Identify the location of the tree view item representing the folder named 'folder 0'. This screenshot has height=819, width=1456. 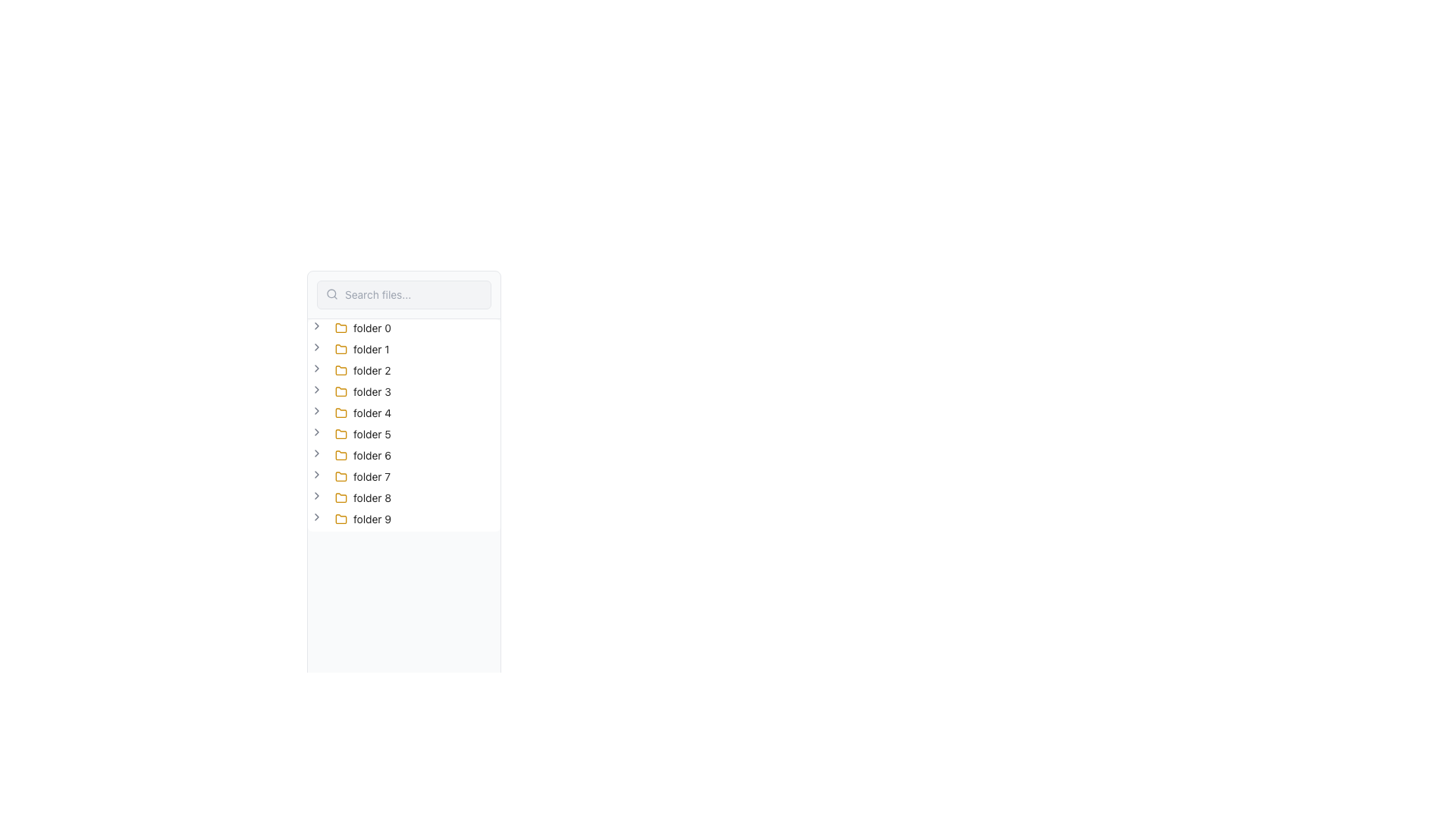
(362, 327).